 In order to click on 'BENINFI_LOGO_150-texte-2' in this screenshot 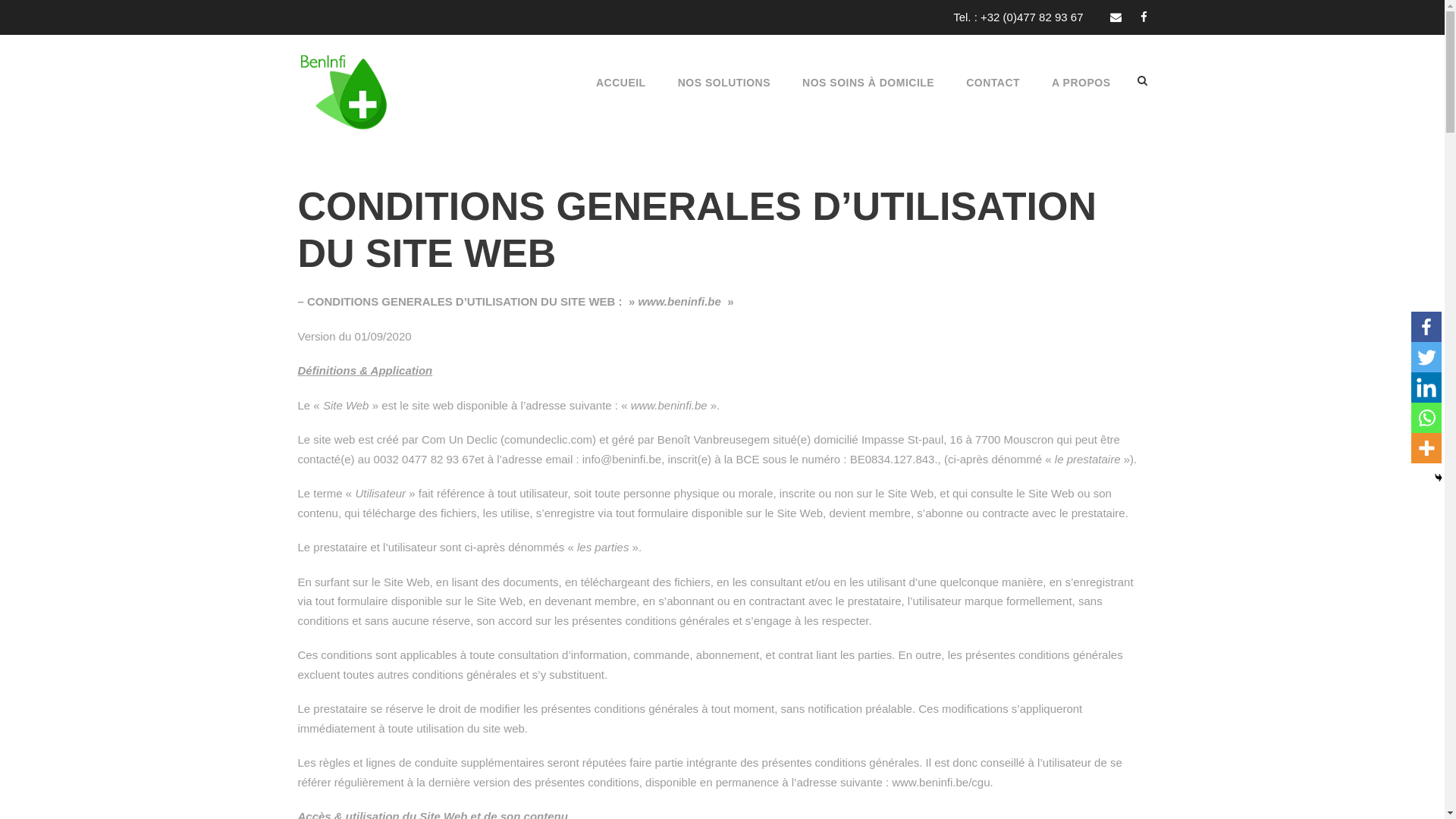, I will do `click(341, 87)`.